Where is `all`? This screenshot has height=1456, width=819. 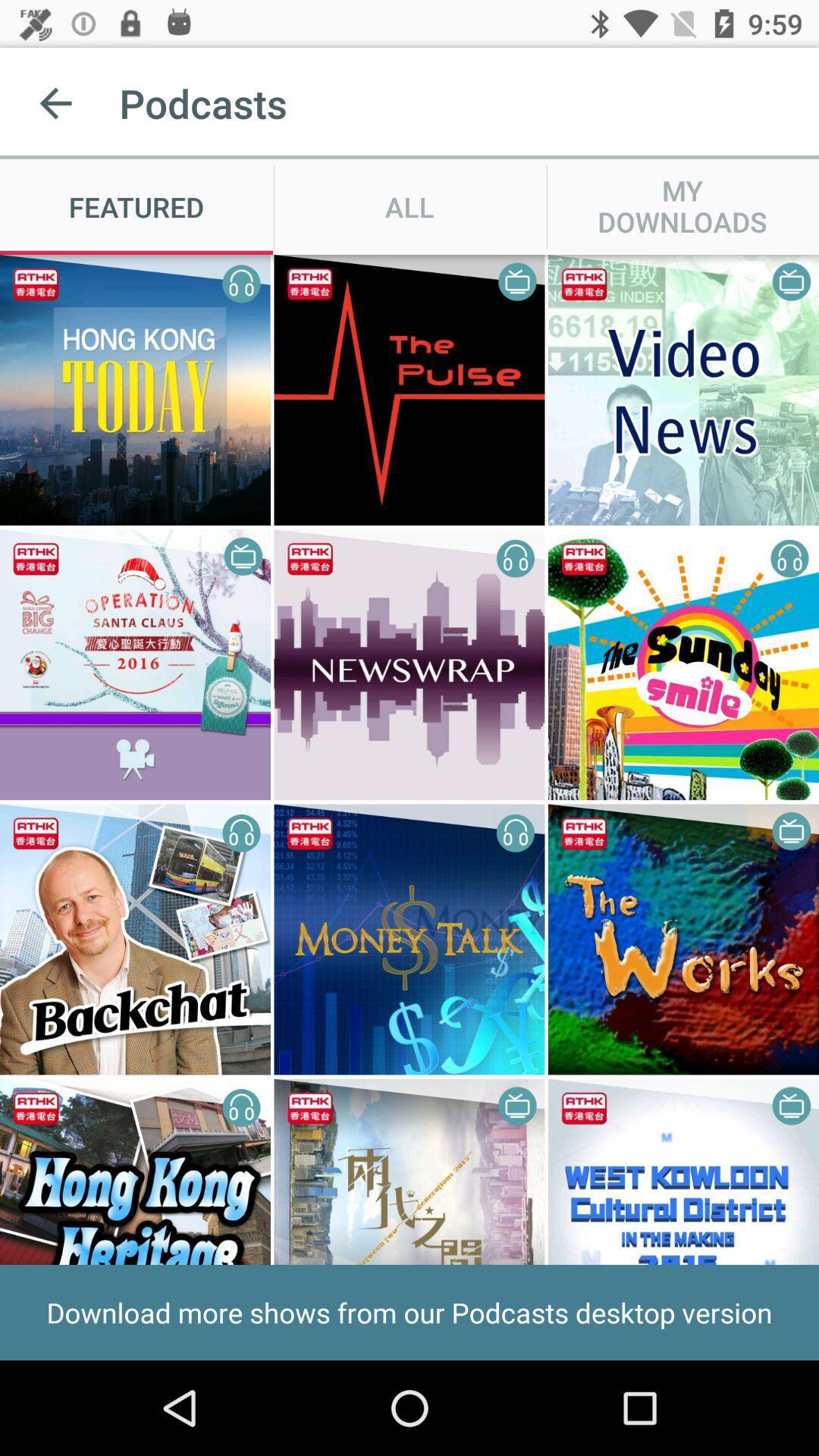 all is located at coordinates (409, 206).